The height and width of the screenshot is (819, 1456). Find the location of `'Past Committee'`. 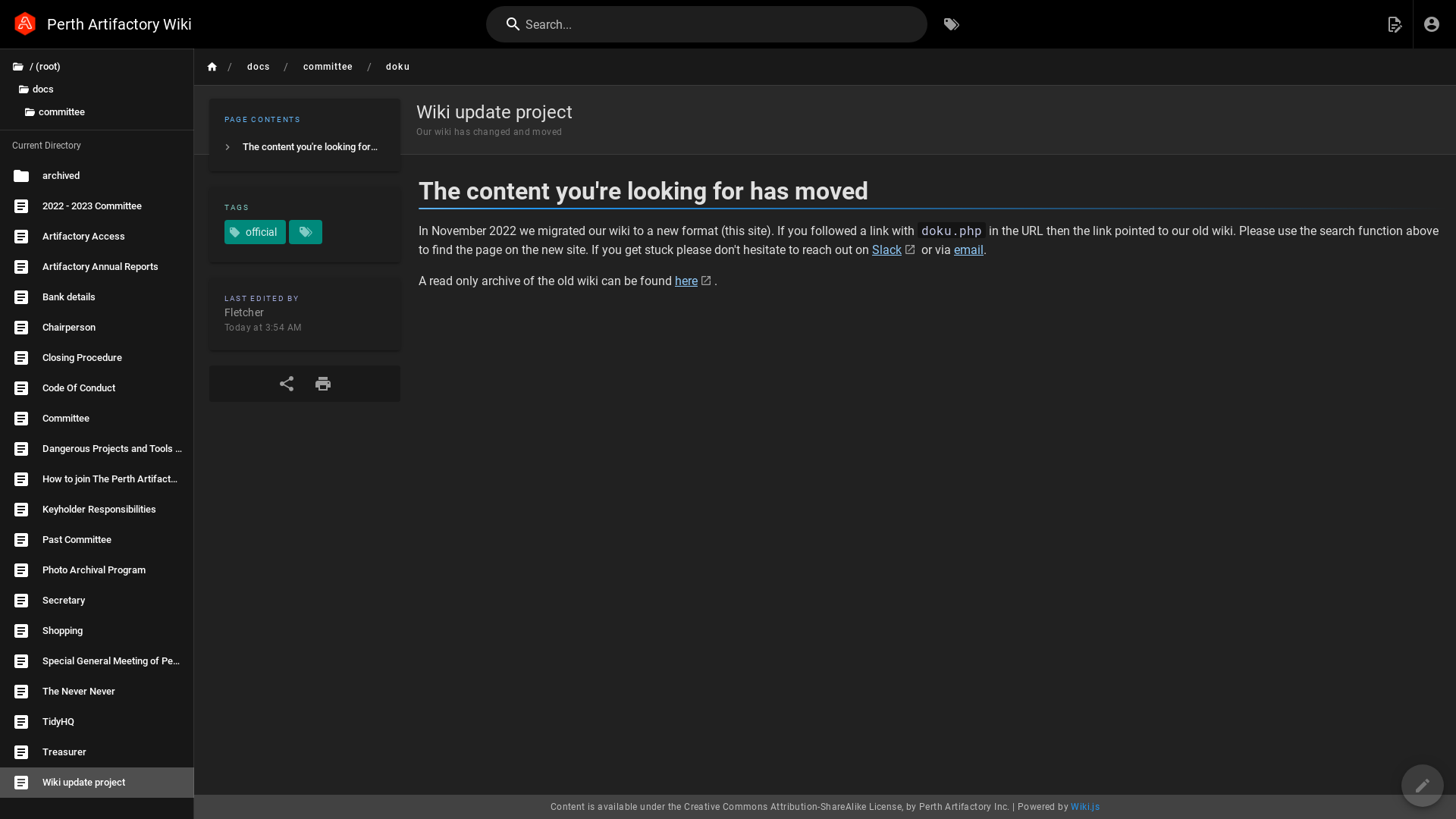

'Past Committee' is located at coordinates (96, 539).